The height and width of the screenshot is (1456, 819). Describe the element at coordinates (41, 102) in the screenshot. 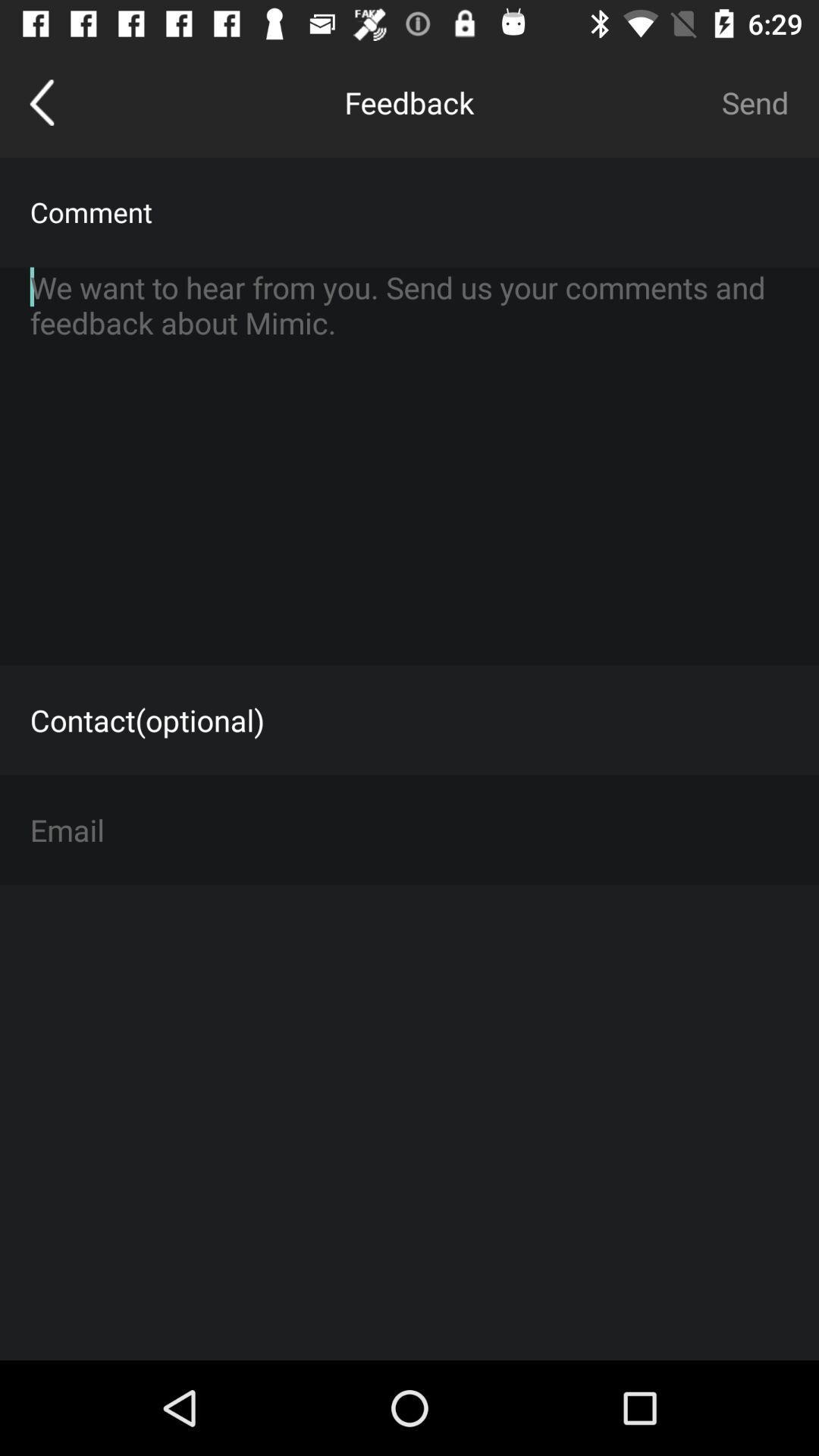

I see `the item next to feedback` at that location.